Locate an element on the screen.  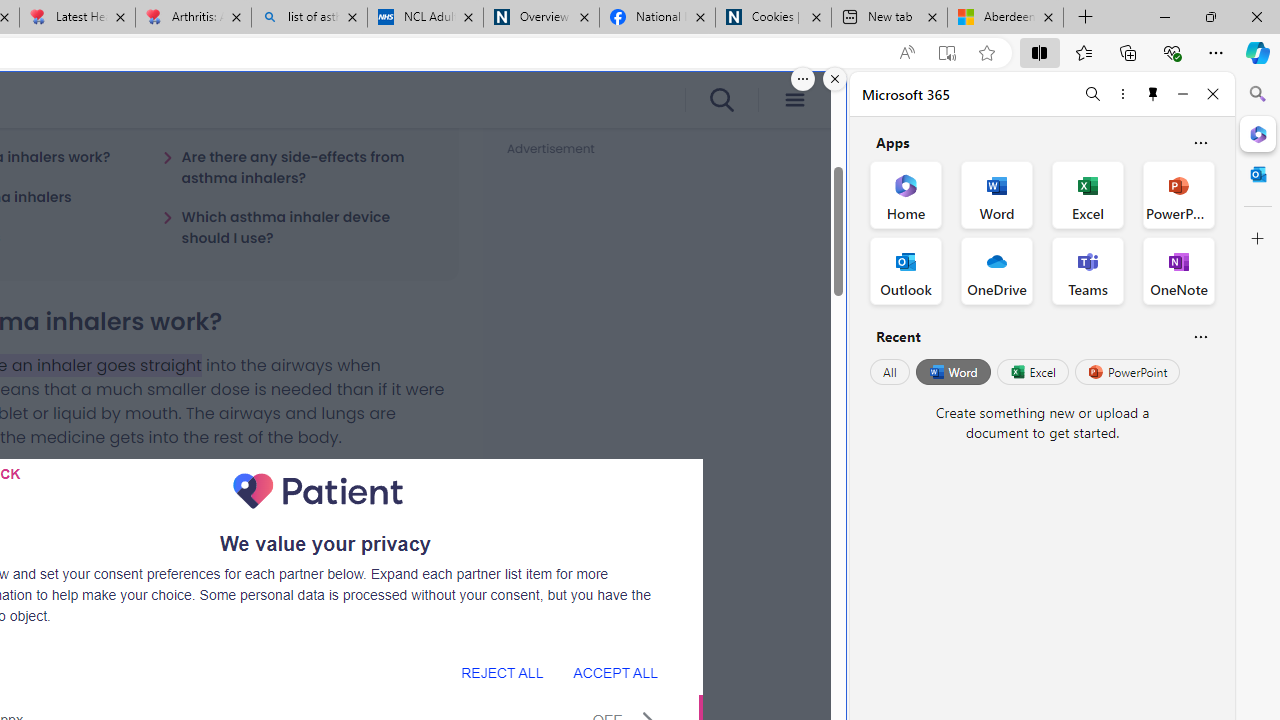
'PowerPoint Office App' is located at coordinates (1178, 195).